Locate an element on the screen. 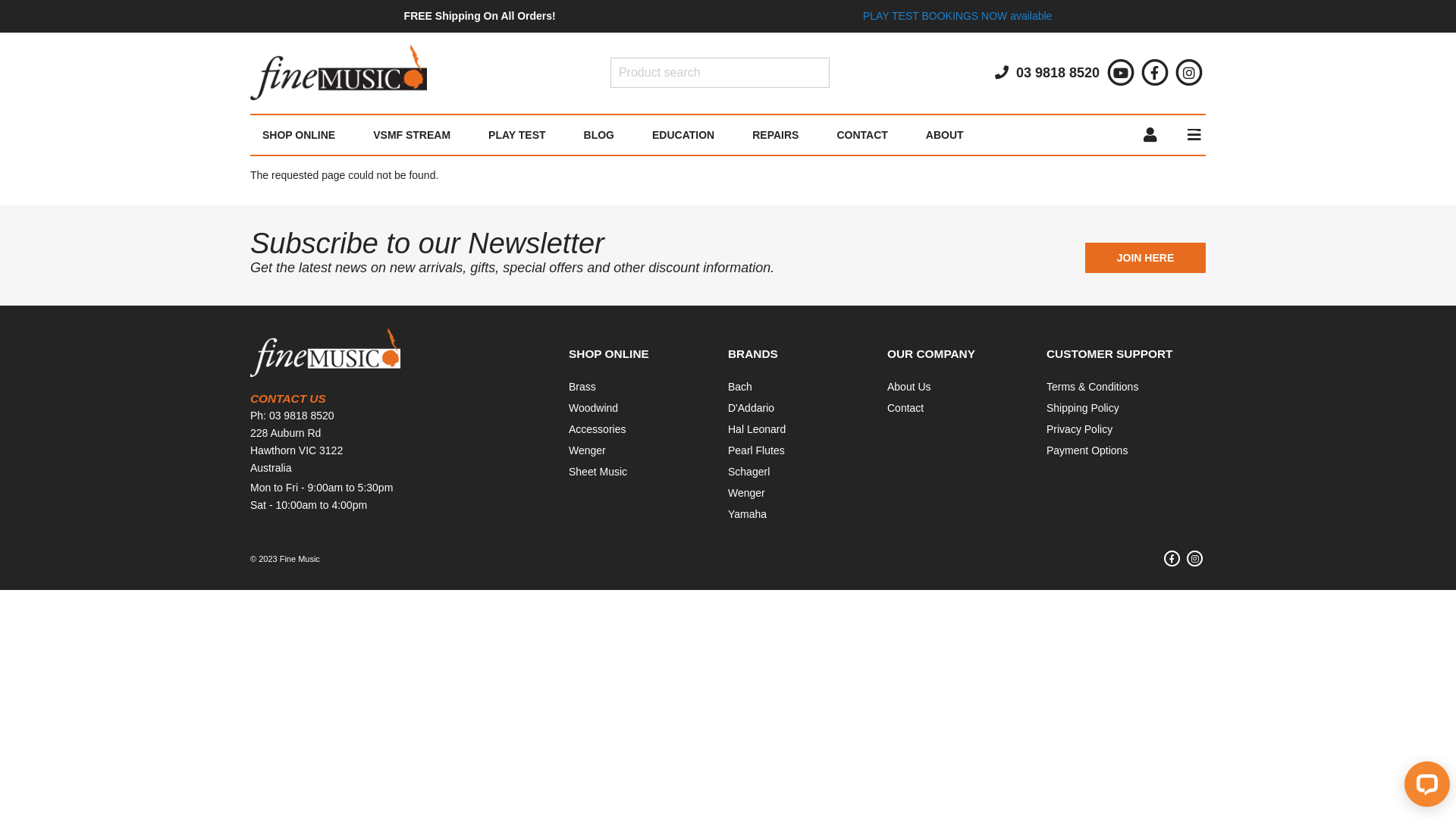 The height and width of the screenshot is (819, 1456). 'Yamaha' is located at coordinates (747, 513).